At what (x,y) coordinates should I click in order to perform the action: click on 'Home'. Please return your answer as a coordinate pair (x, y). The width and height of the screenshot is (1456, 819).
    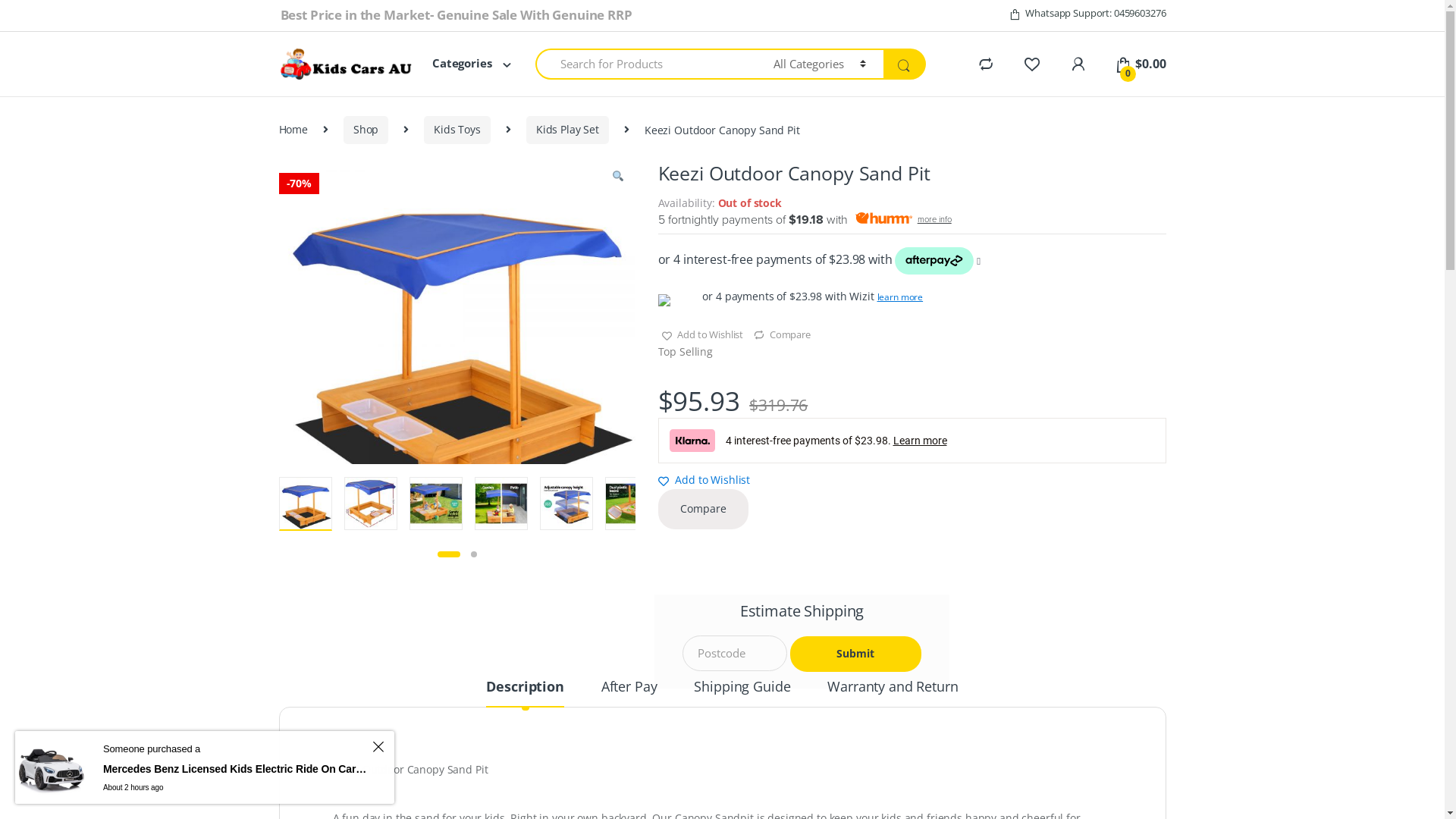
    Looking at the image, I should click on (293, 128).